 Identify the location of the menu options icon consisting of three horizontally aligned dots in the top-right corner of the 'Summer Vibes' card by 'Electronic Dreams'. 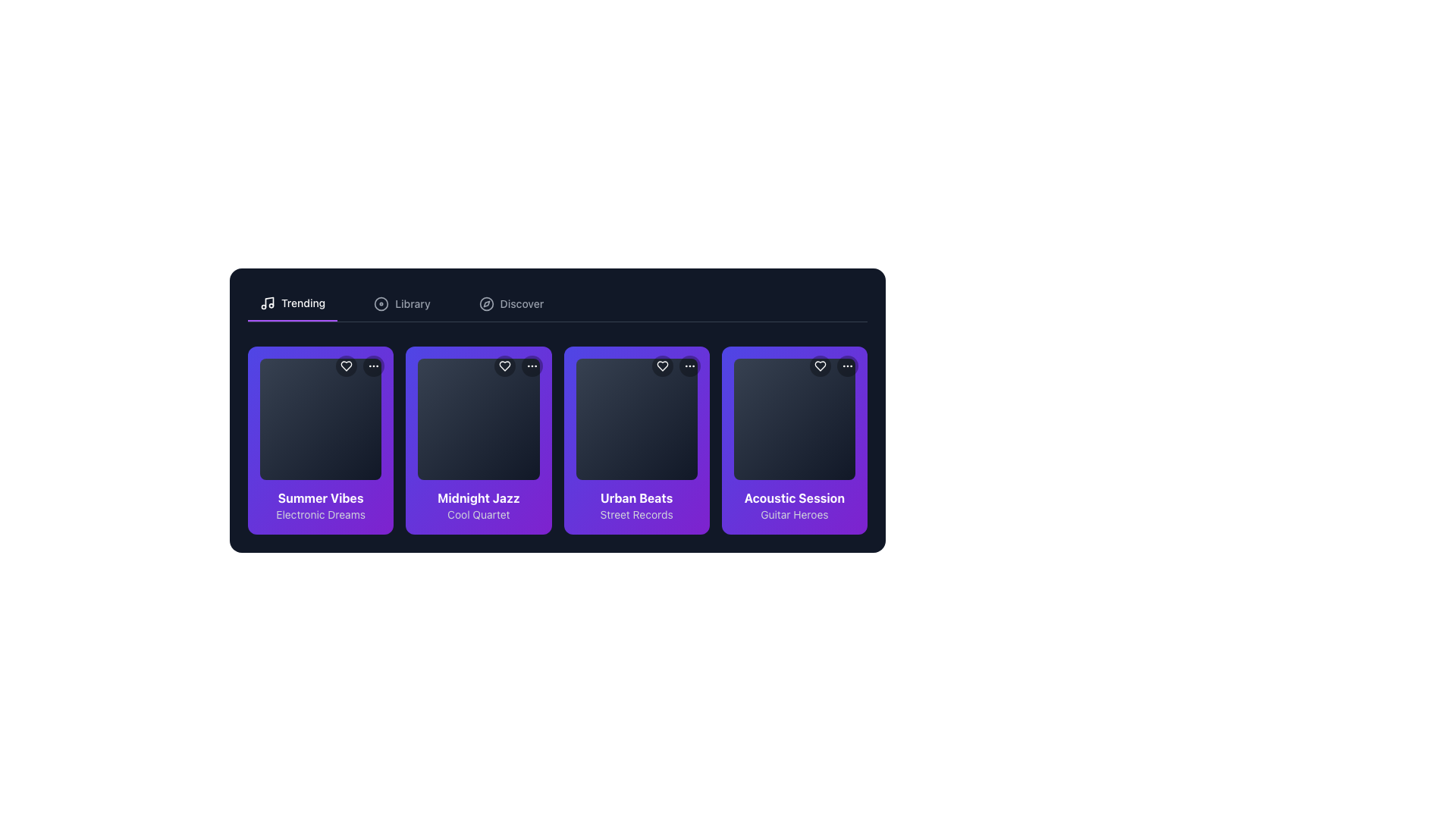
(374, 366).